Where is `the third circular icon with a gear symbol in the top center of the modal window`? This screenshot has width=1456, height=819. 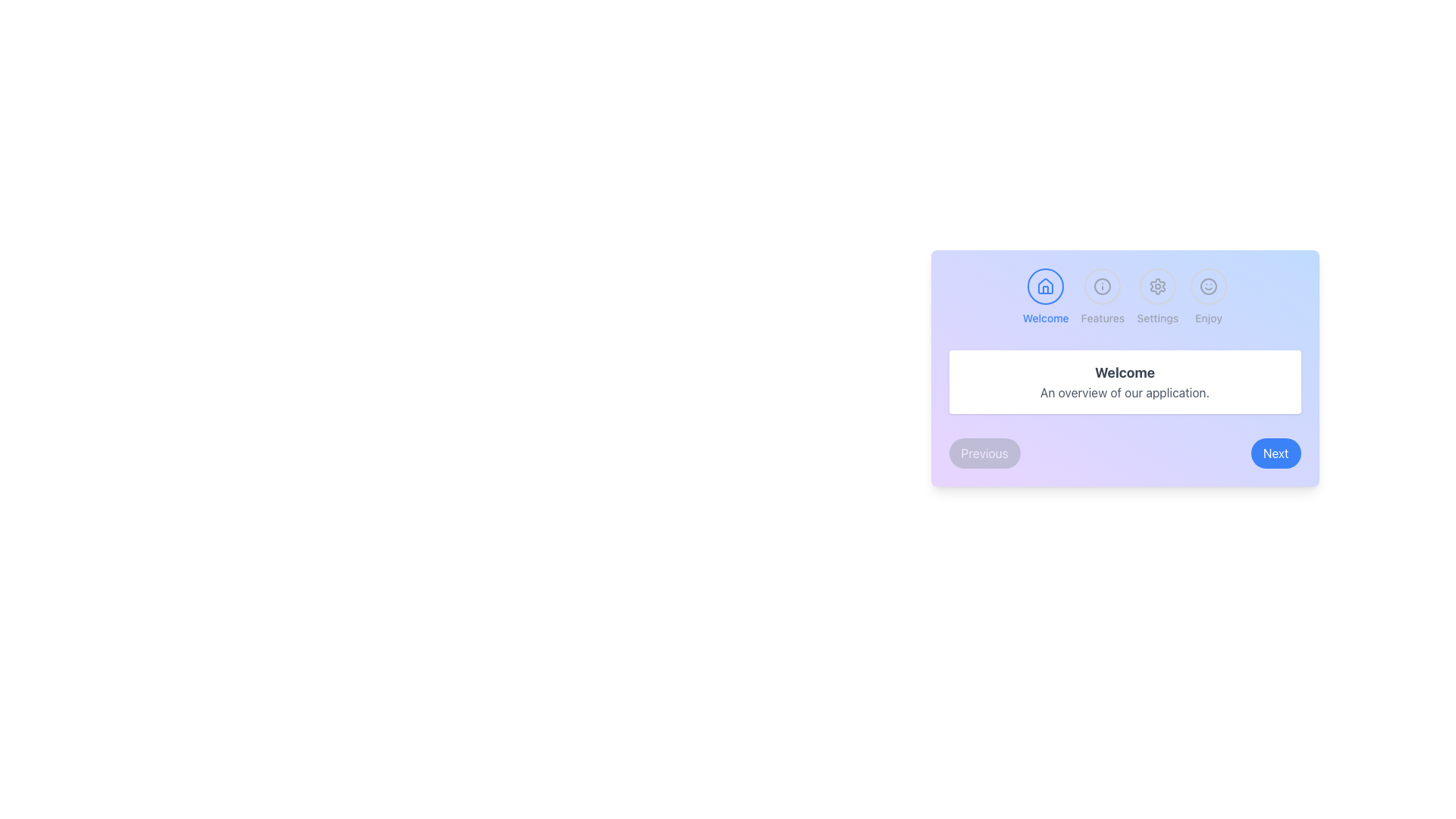
the third circular icon with a gear symbol in the top center of the modal window is located at coordinates (1156, 287).